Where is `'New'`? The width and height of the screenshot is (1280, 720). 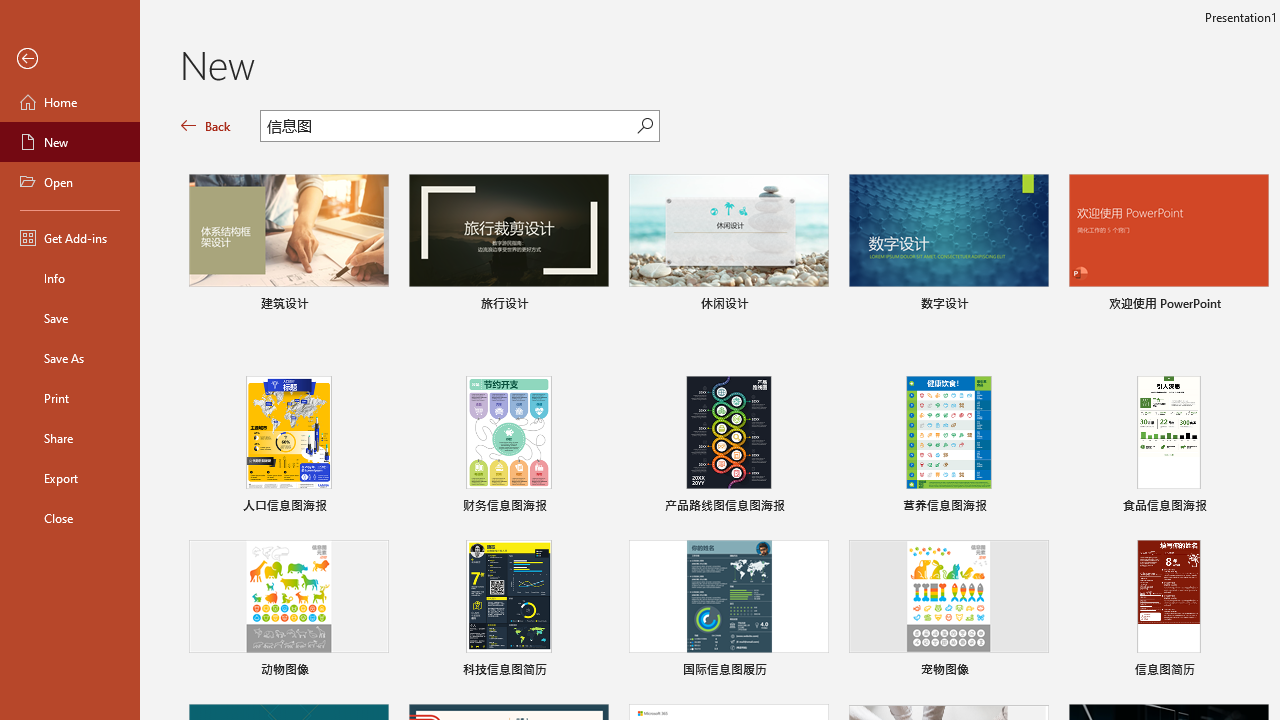
'New' is located at coordinates (69, 140).